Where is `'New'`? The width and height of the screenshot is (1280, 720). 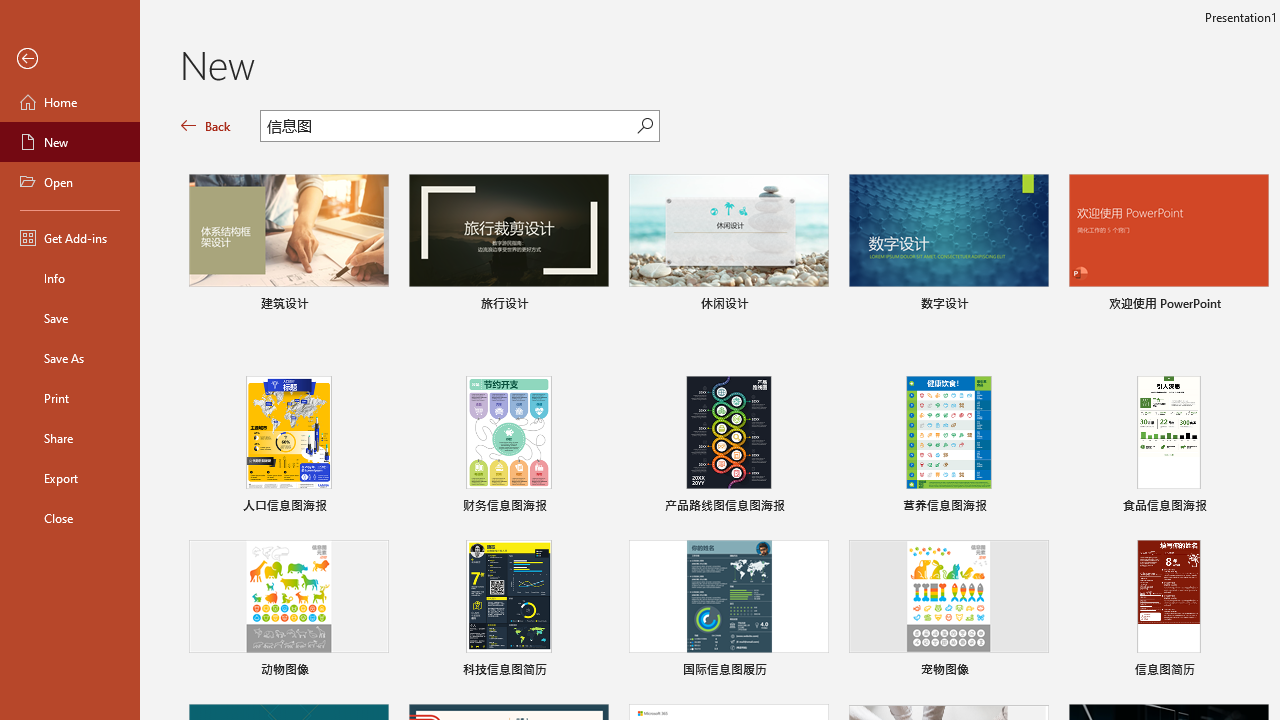
'New' is located at coordinates (69, 140).